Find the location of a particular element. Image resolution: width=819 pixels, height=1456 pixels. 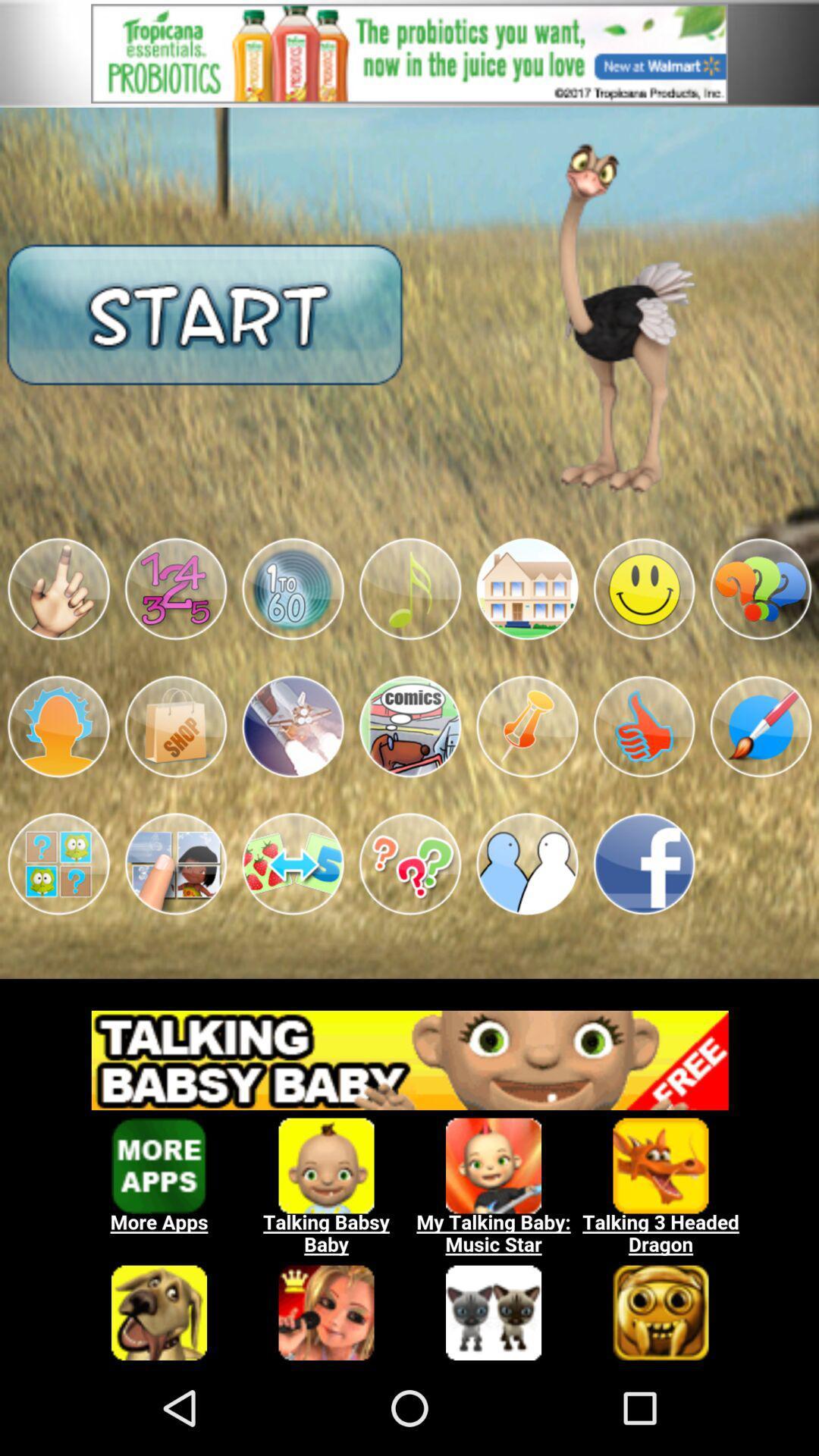

for emojis is located at coordinates (174, 588).